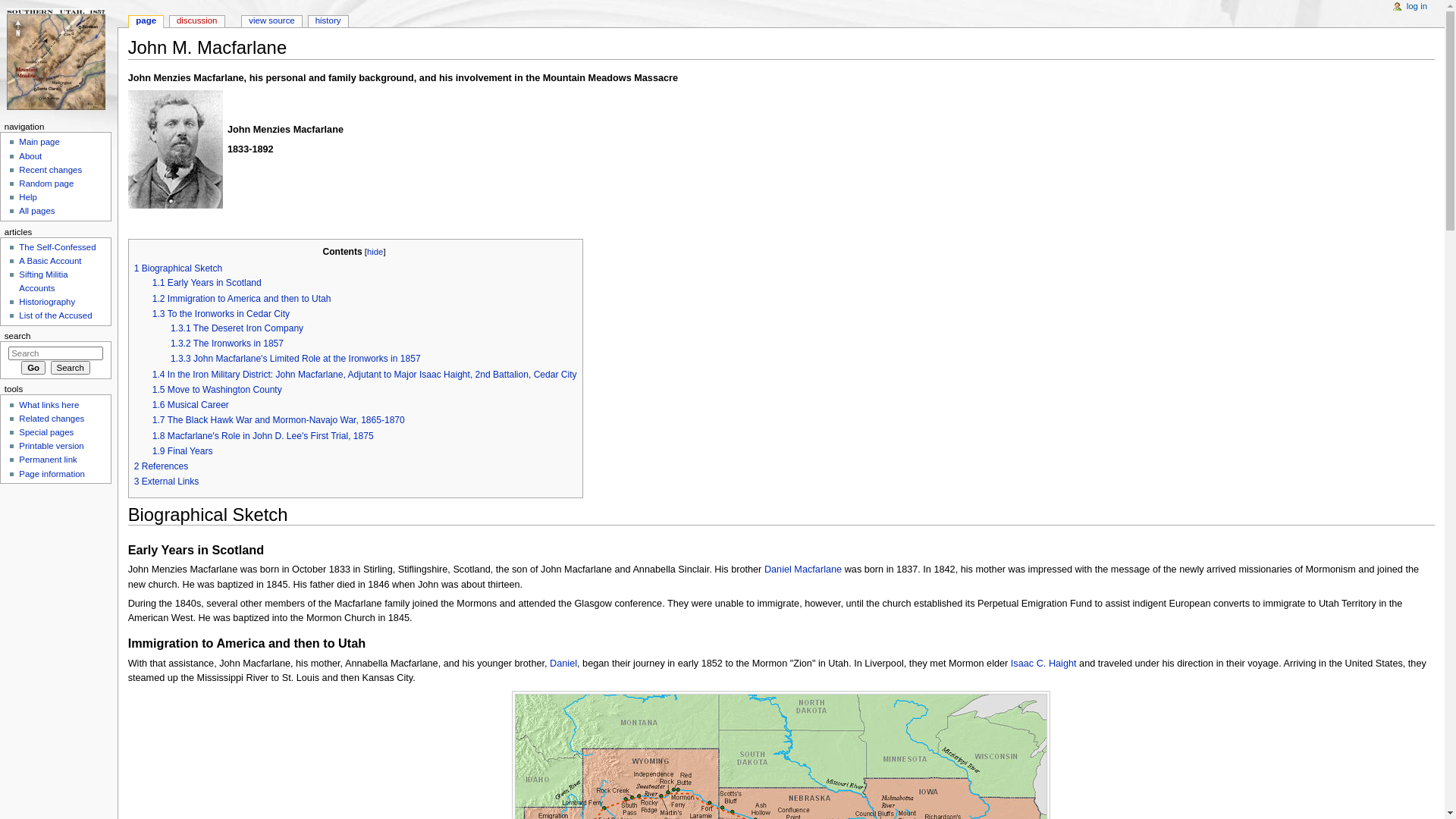  I want to click on 'Isaac C. Haight', so click(1043, 663).